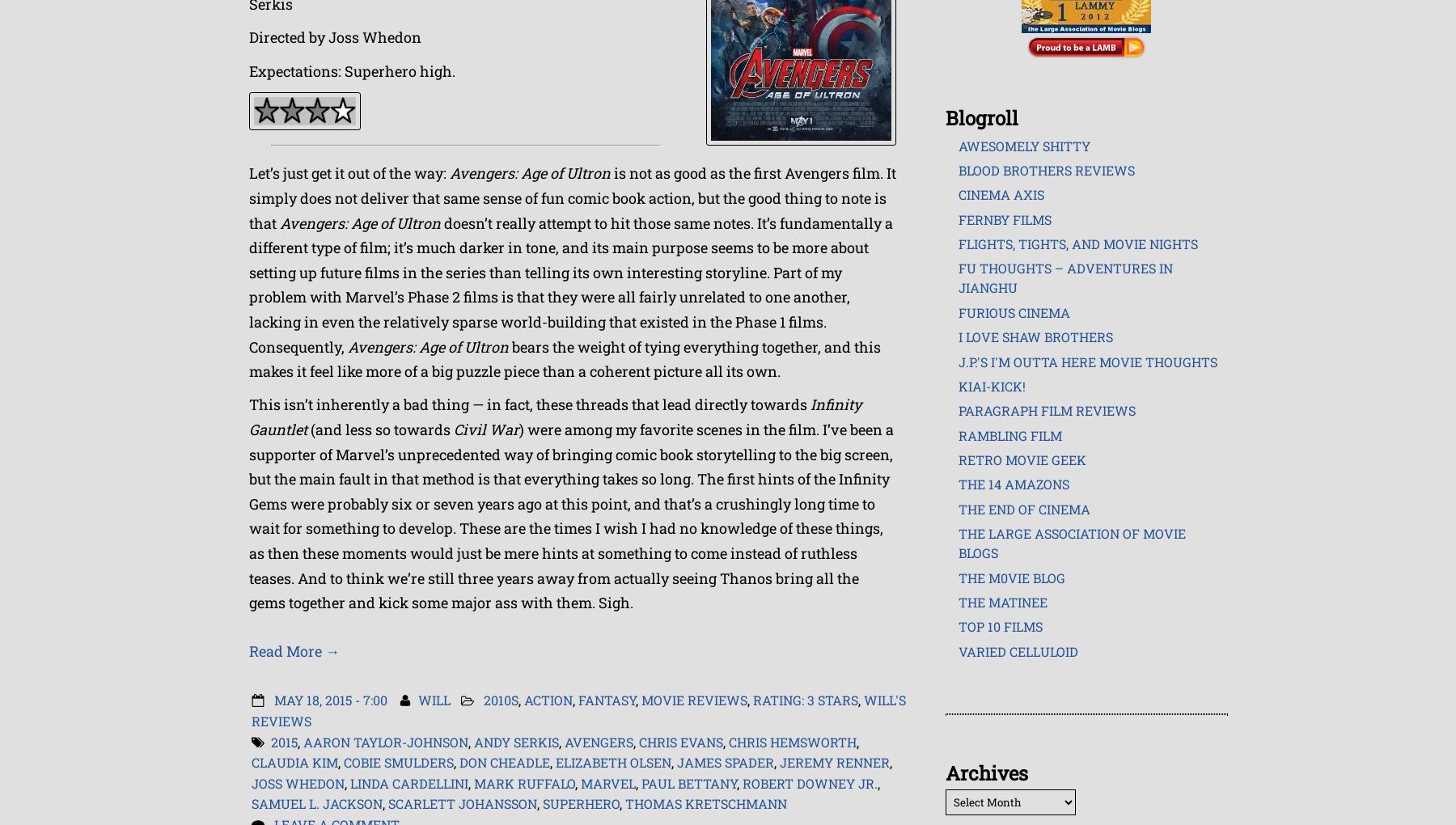  Describe the element at coordinates (1023, 144) in the screenshot. I see `'Awesomely Shitty'` at that location.